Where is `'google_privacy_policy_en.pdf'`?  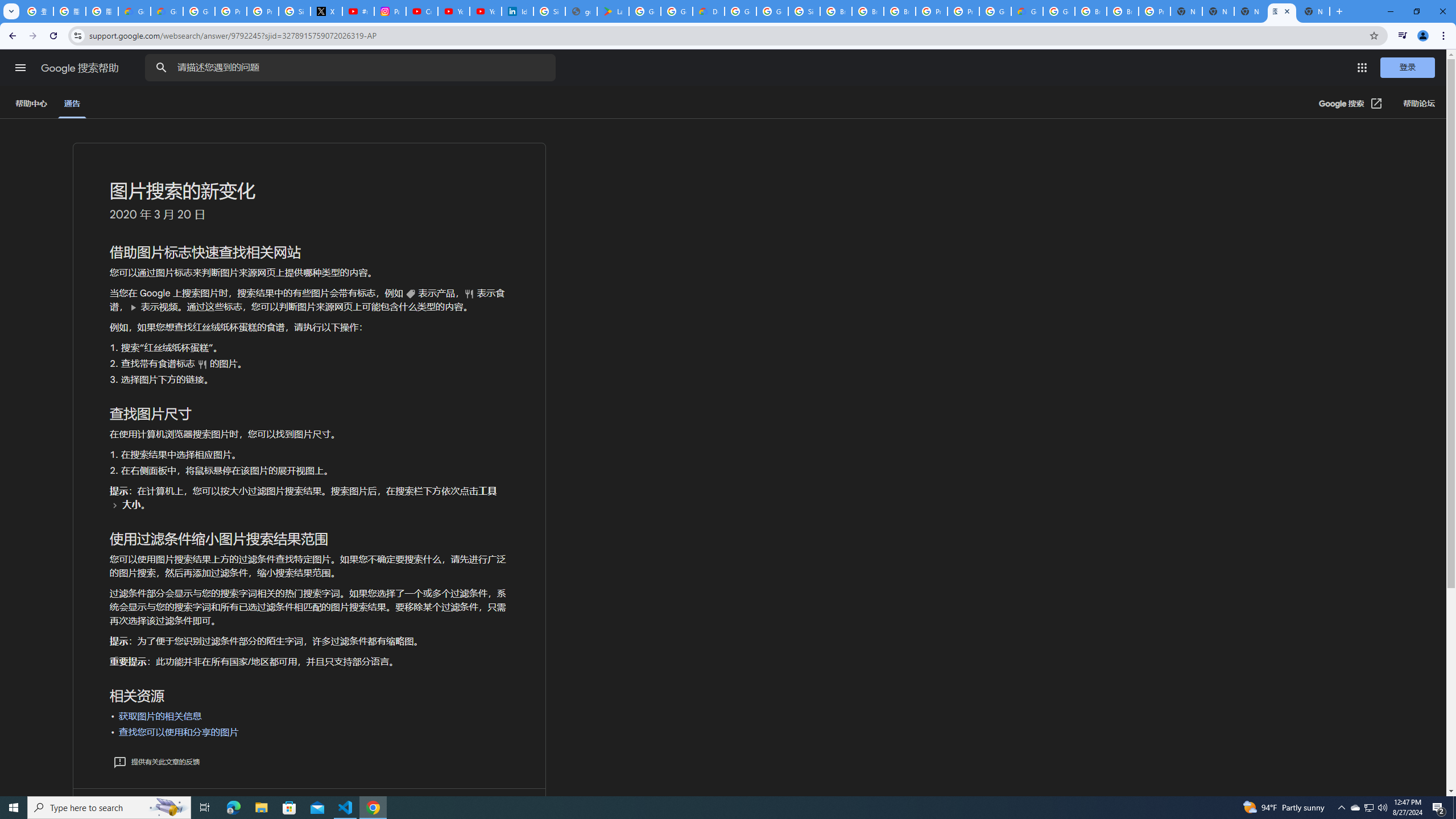 'google_privacy_policy_en.pdf' is located at coordinates (581, 11).